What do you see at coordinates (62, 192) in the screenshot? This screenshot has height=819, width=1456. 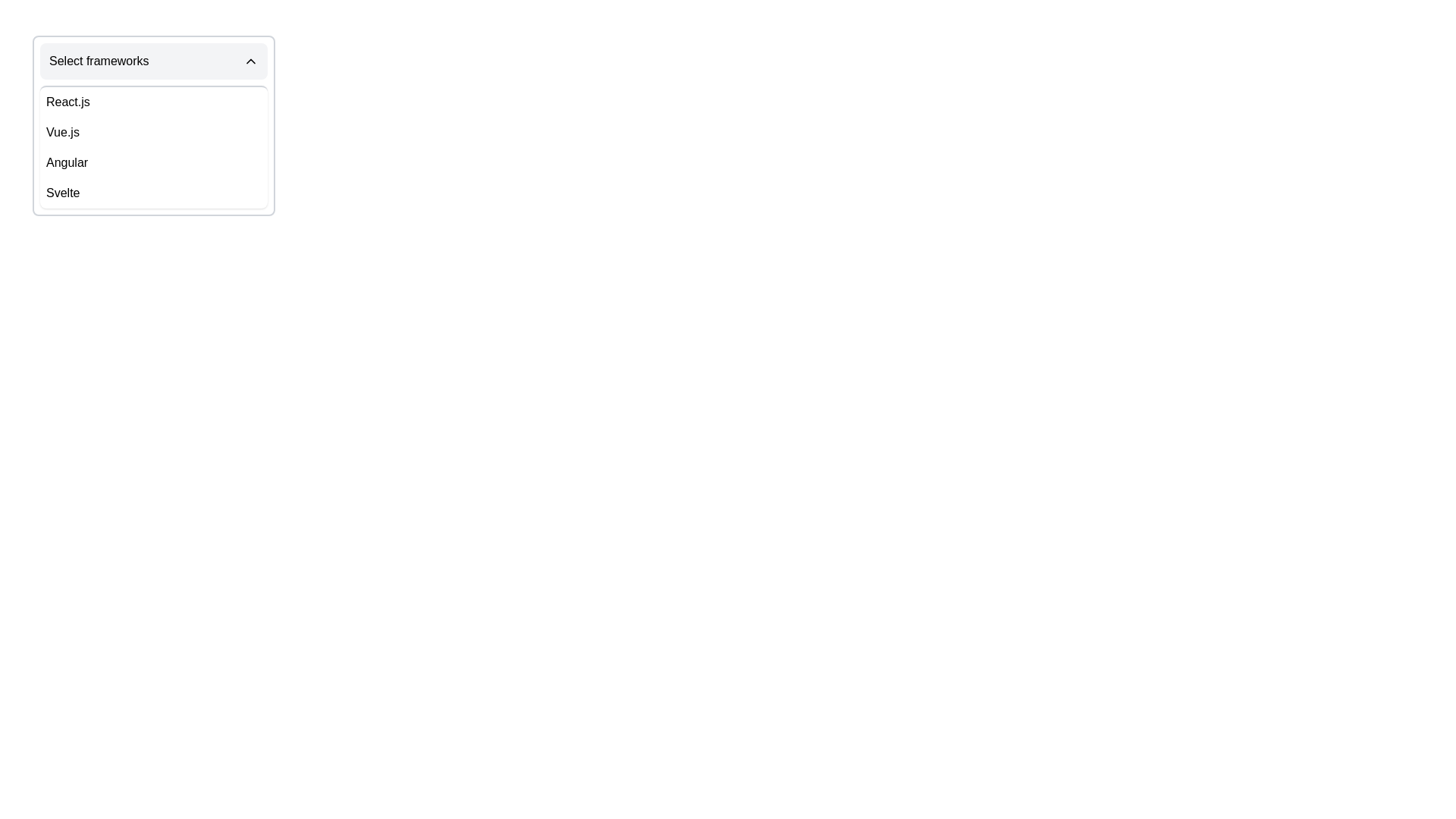 I see `the 'Svelte' option in the dropdown menu` at bounding box center [62, 192].